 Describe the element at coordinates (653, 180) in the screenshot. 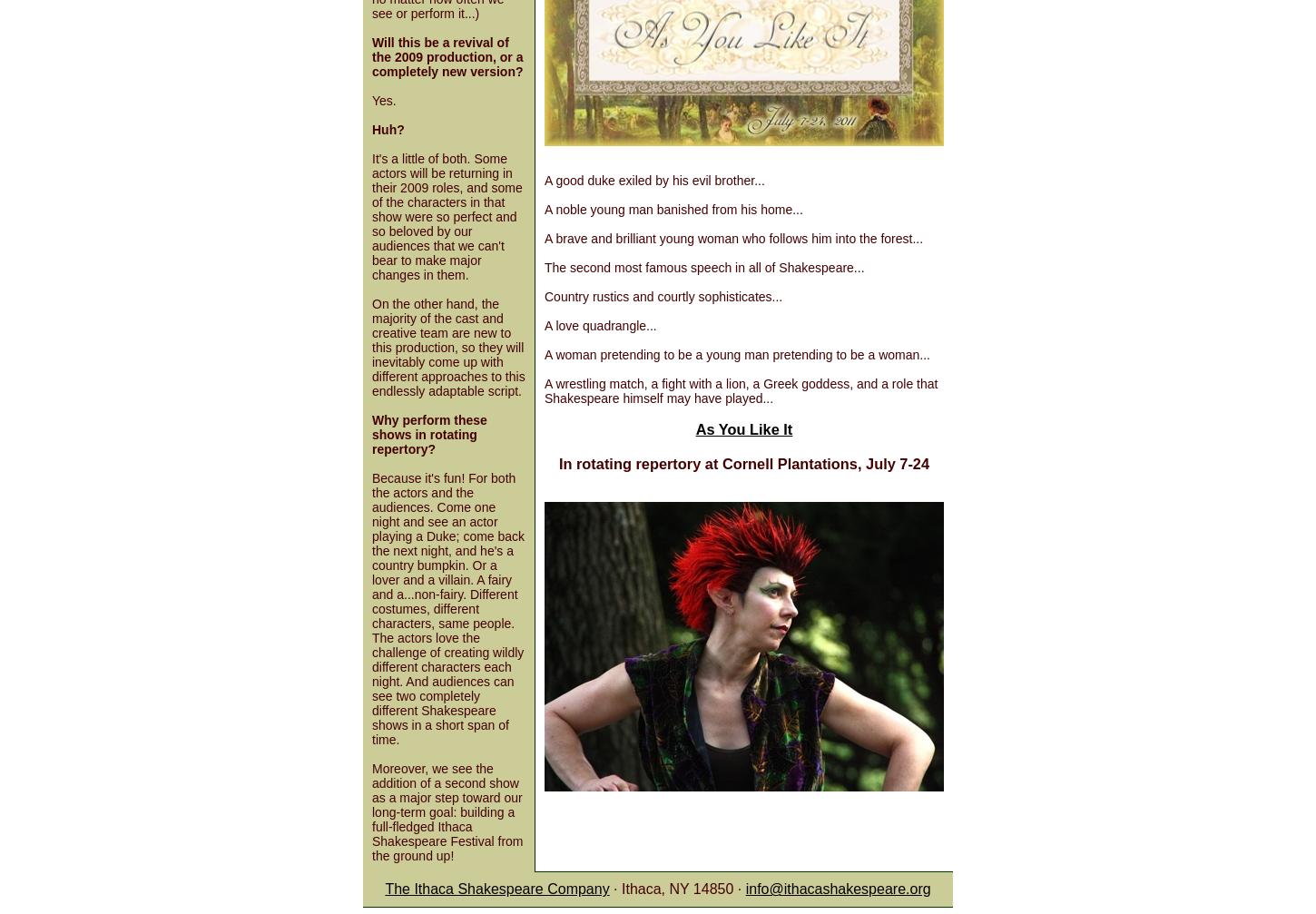

I see `'A good duke exiled by his evil brother...'` at that location.